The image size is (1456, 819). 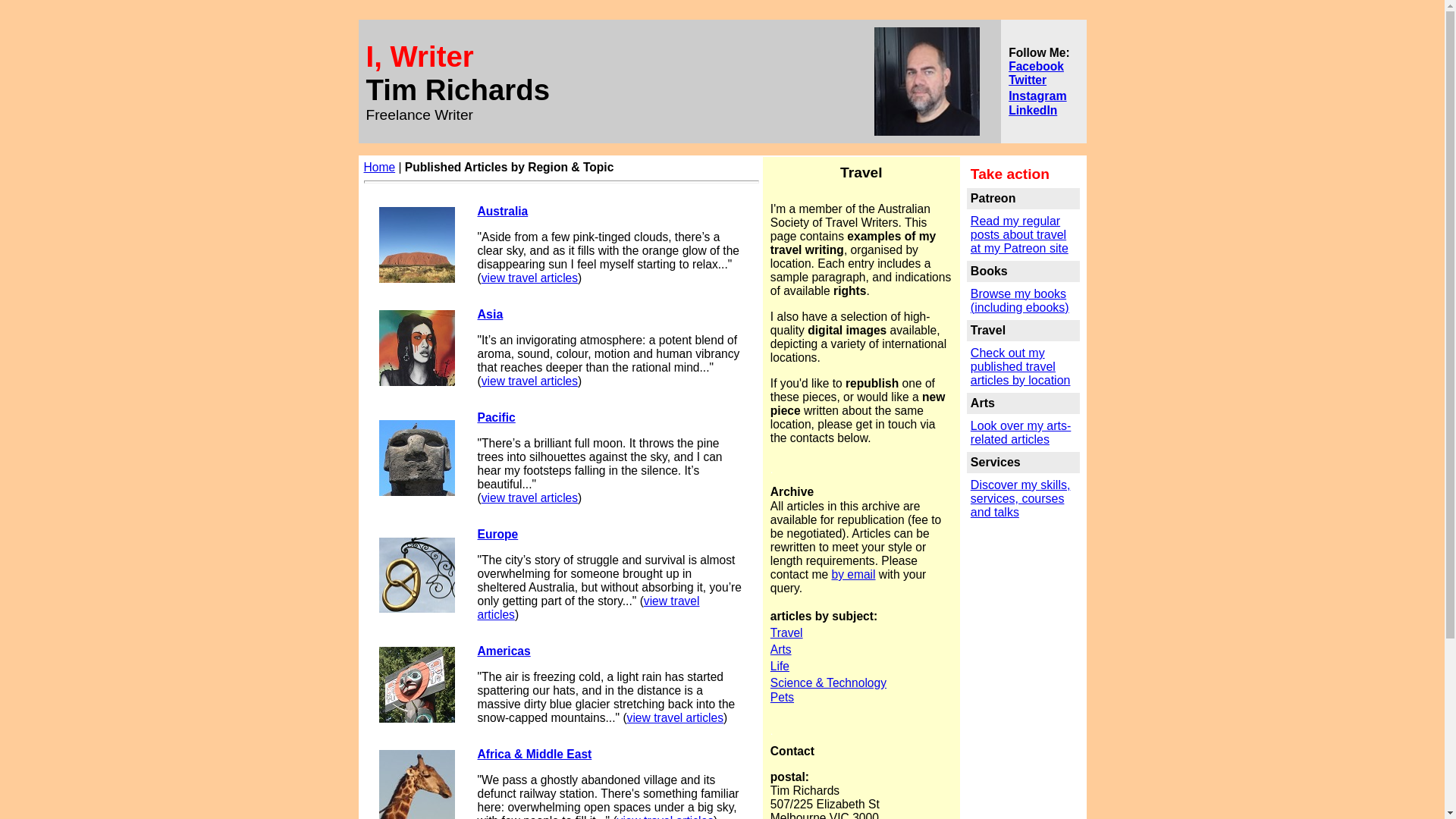 I want to click on 'Facebook', so click(x=1008, y=64).